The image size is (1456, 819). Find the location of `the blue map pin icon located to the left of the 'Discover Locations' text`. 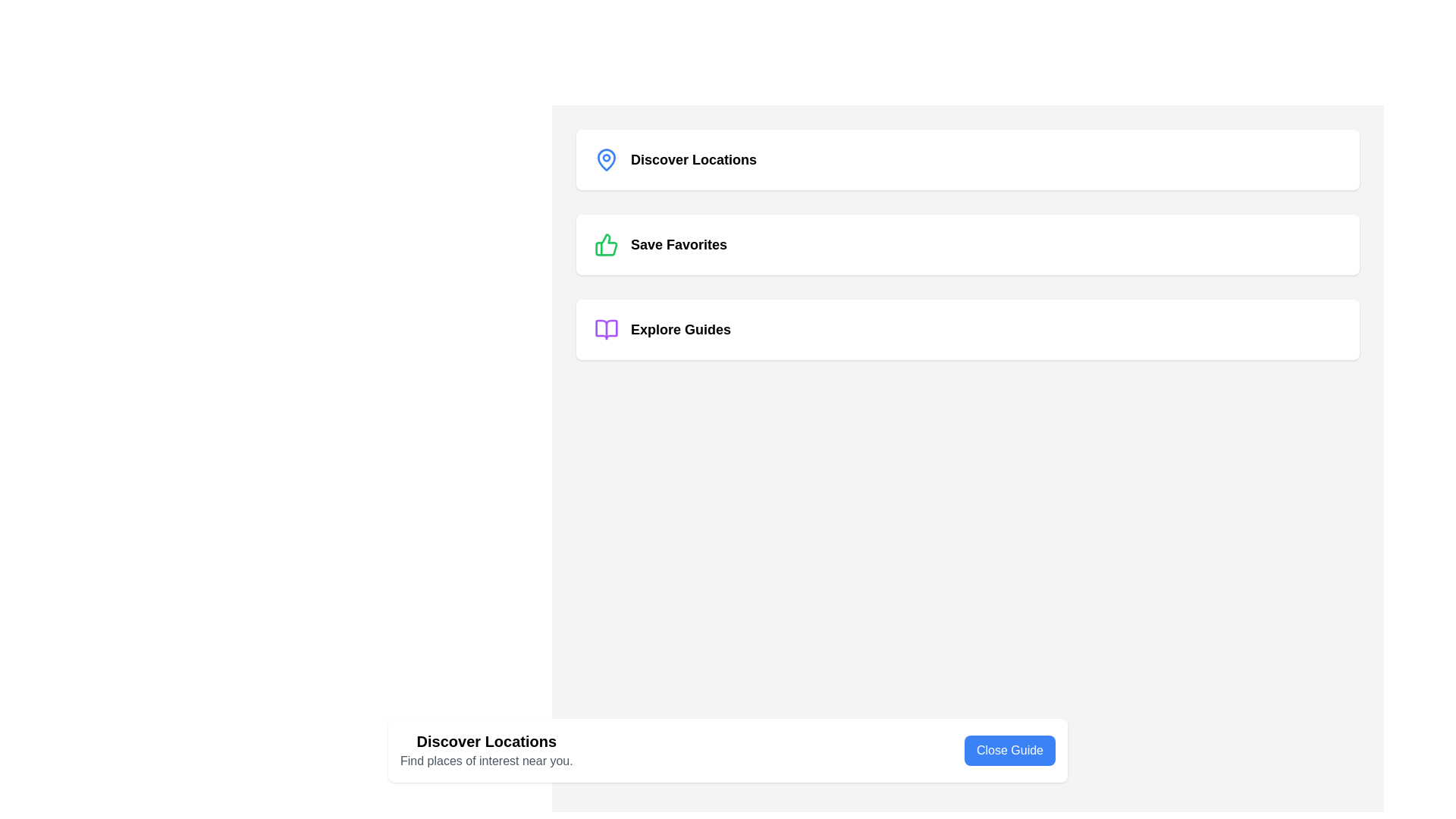

the blue map pin icon located to the left of the 'Discover Locations' text is located at coordinates (607, 160).